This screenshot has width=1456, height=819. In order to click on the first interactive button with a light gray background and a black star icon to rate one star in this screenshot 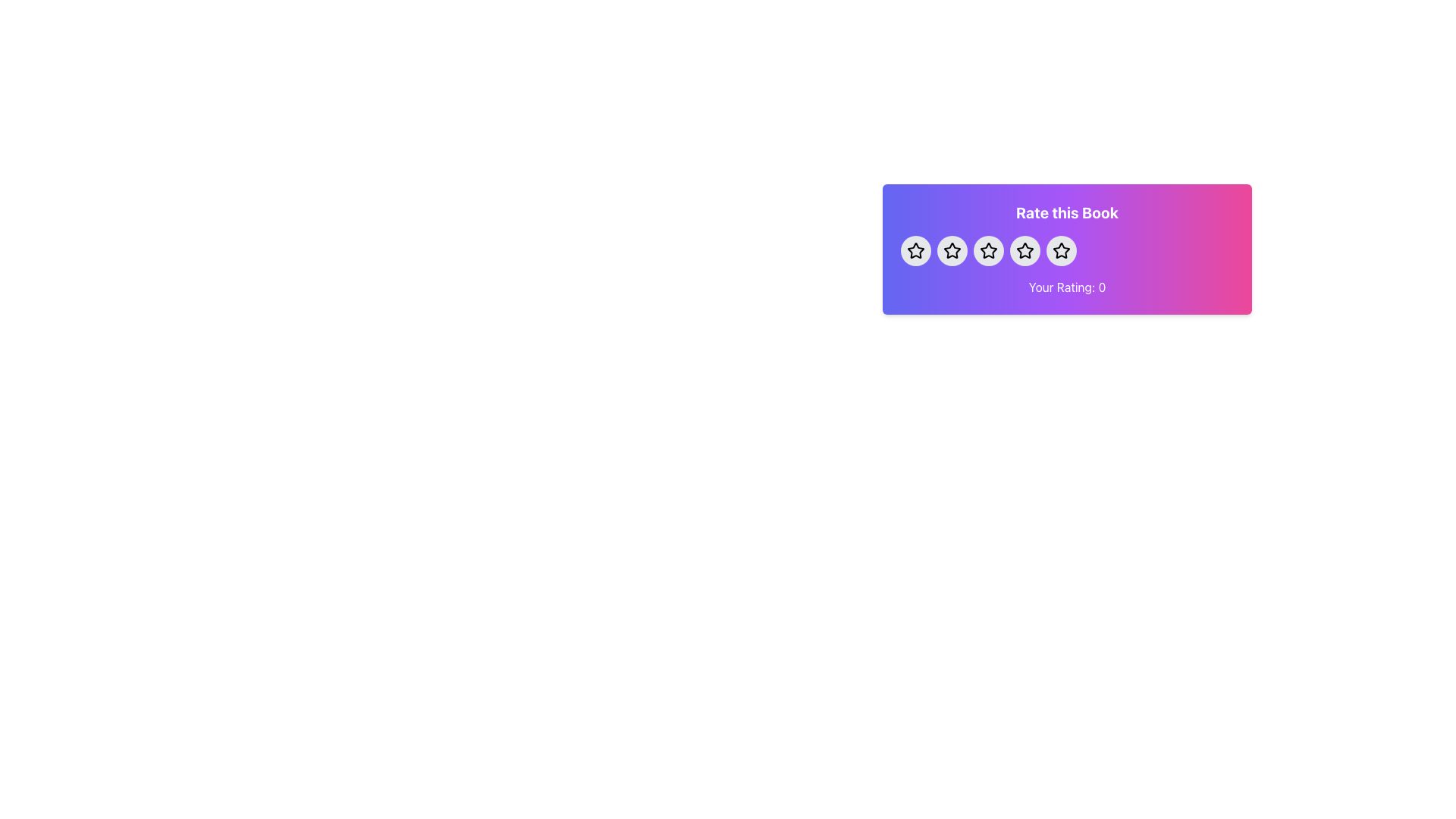, I will do `click(915, 250)`.